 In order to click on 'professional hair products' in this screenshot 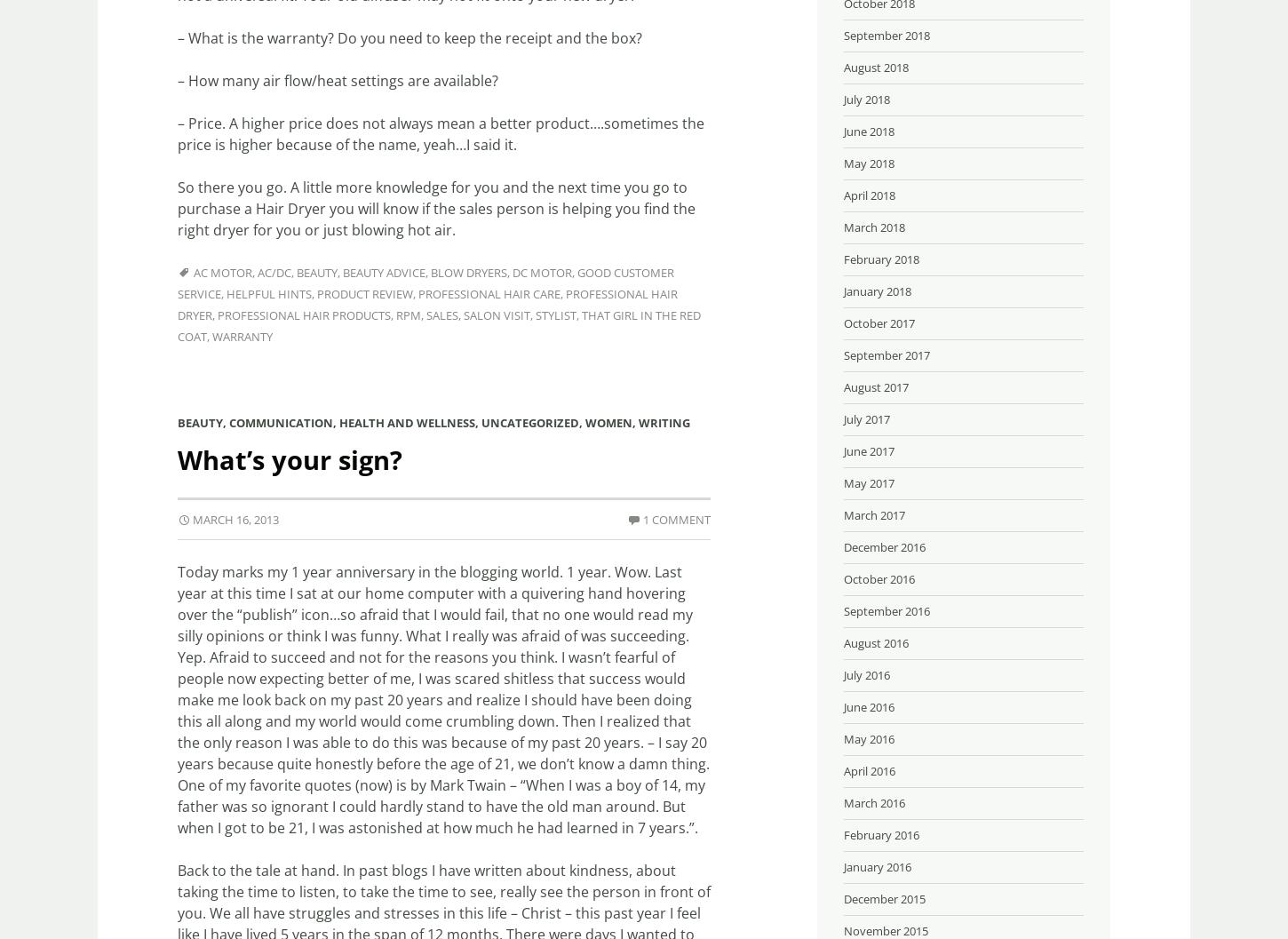, I will do `click(304, 315)`.